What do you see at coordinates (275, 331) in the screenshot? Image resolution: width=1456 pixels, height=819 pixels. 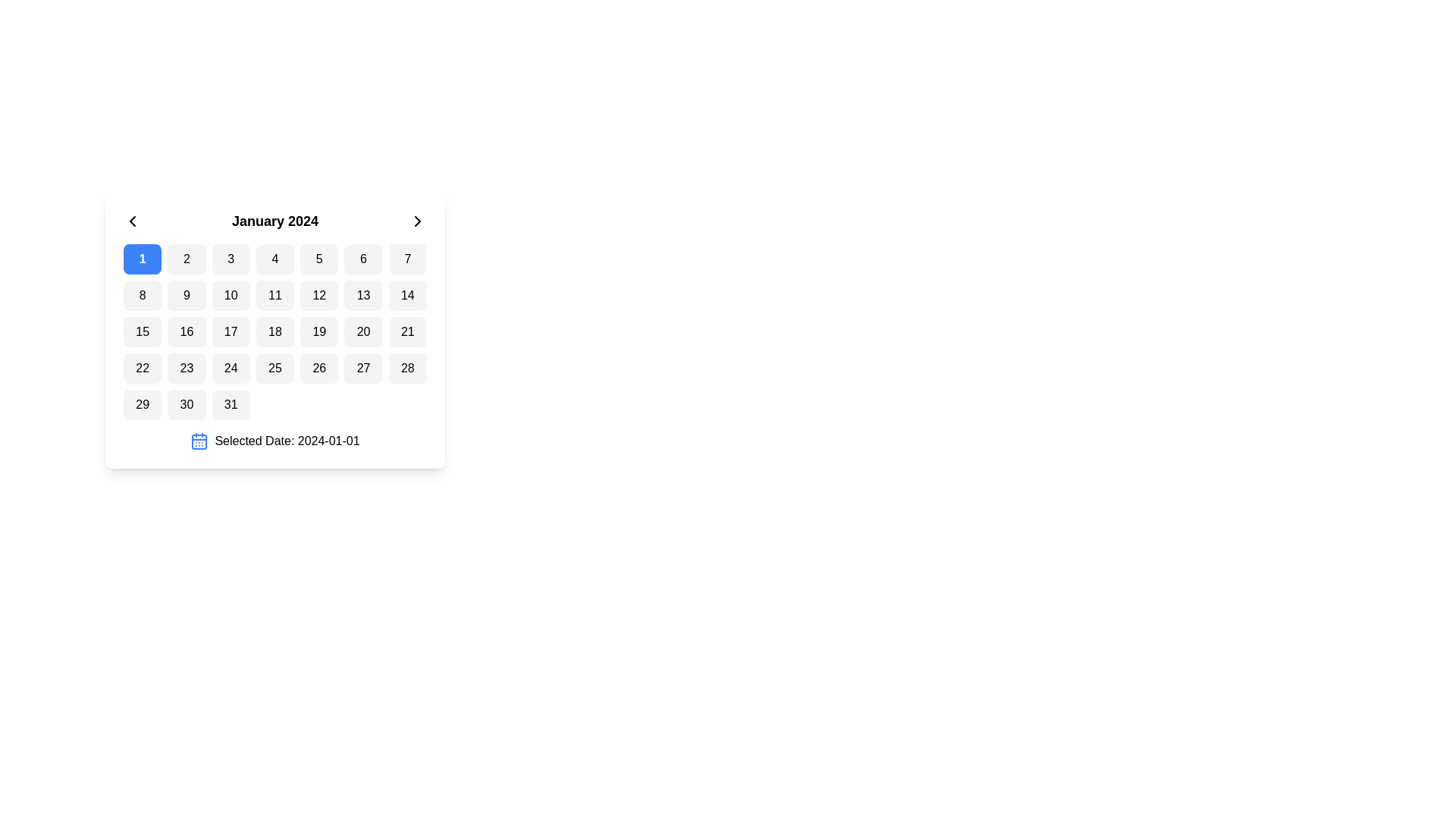 I see `the square button with rounded corners that displays the number '18' in black text, located in the third row and fourth column of the grid calendar` at bounding box center [275, 331].